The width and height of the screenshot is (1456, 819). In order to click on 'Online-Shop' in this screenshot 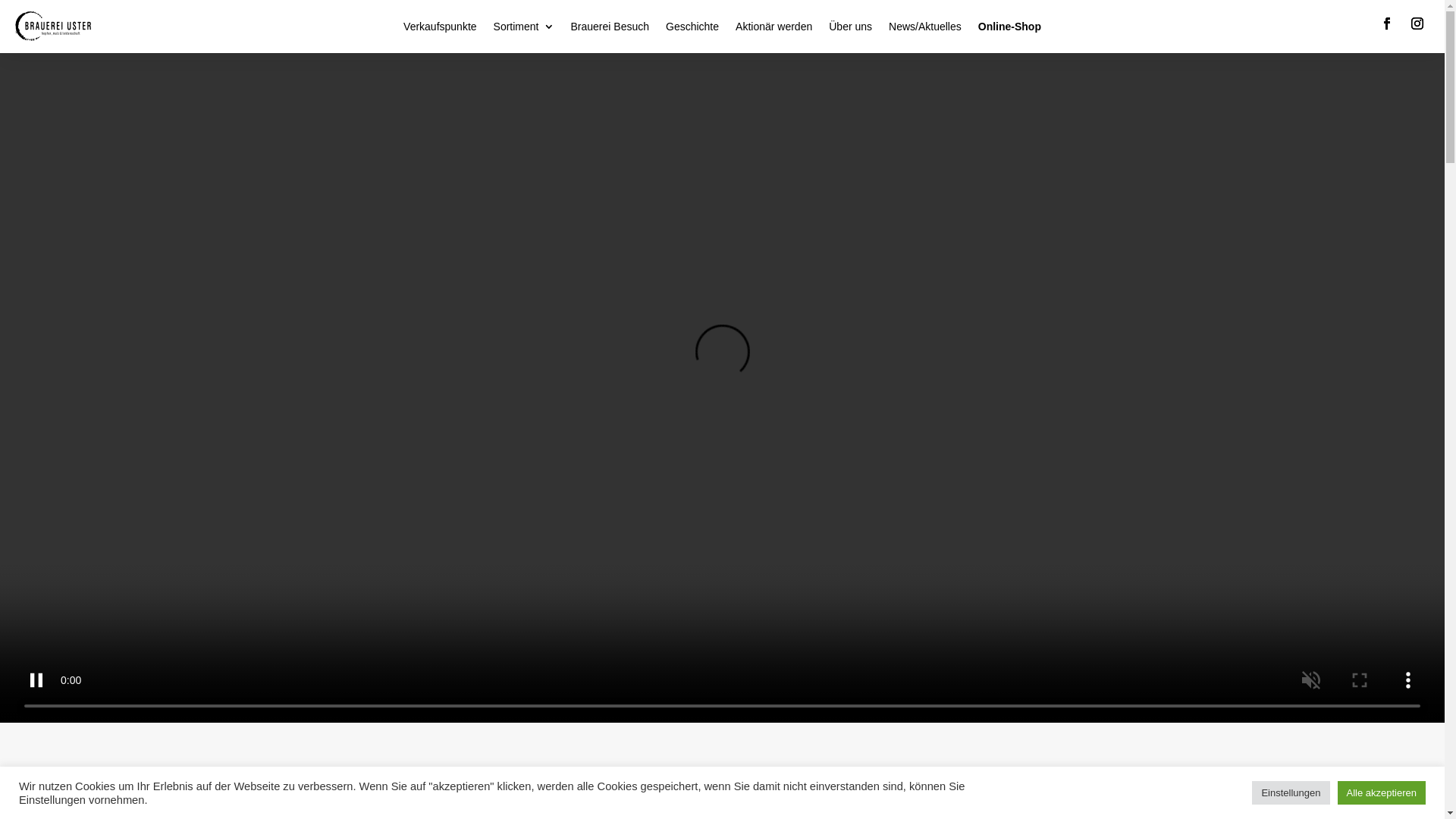, I will do `click(1009, 29)`.